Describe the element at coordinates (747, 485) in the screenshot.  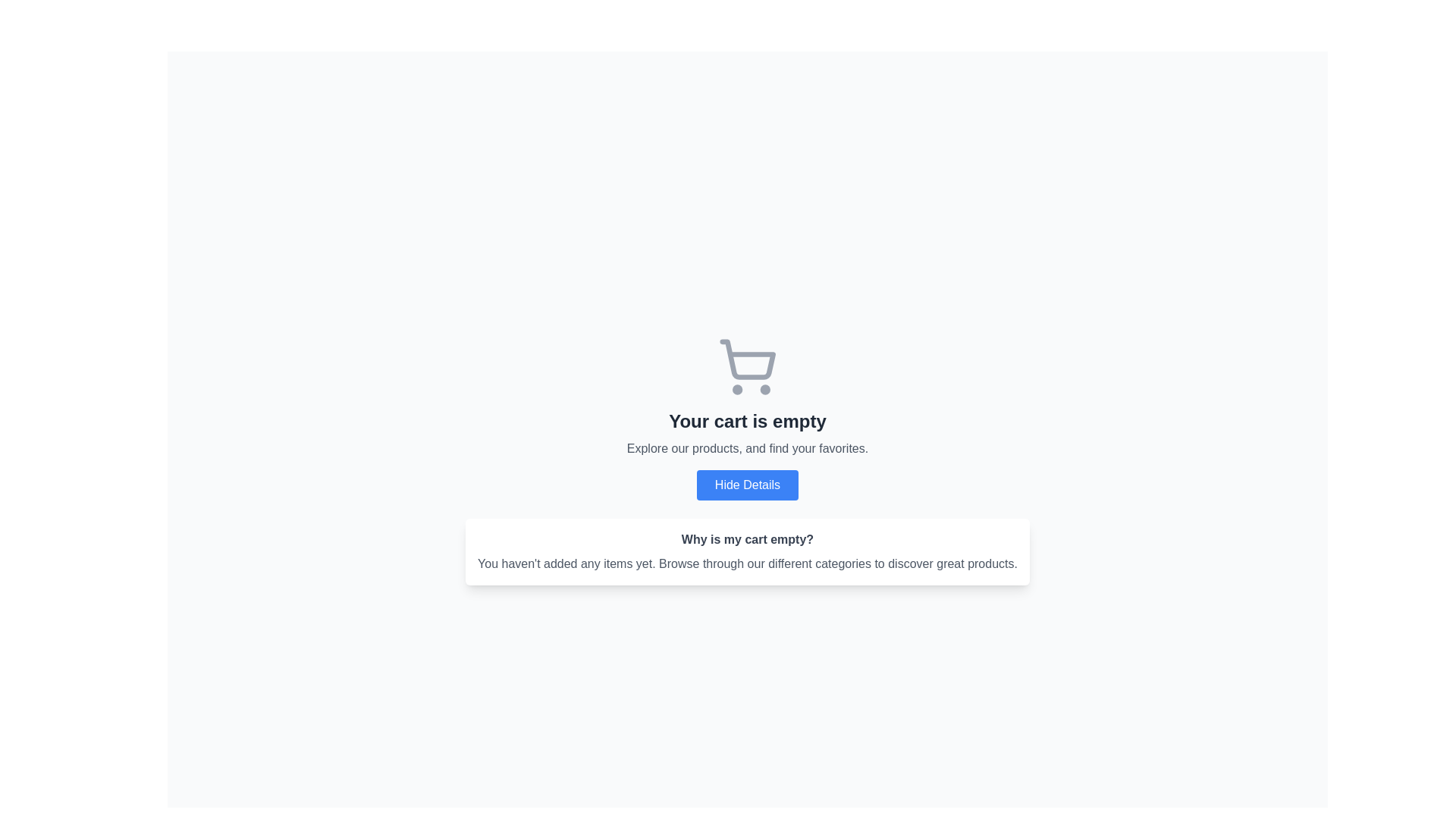
I see `the button that hides additional information, positioned below the text 'Explore our products, and find your favorites.' and above the section with 'Why is my cart empty?'` at that location.